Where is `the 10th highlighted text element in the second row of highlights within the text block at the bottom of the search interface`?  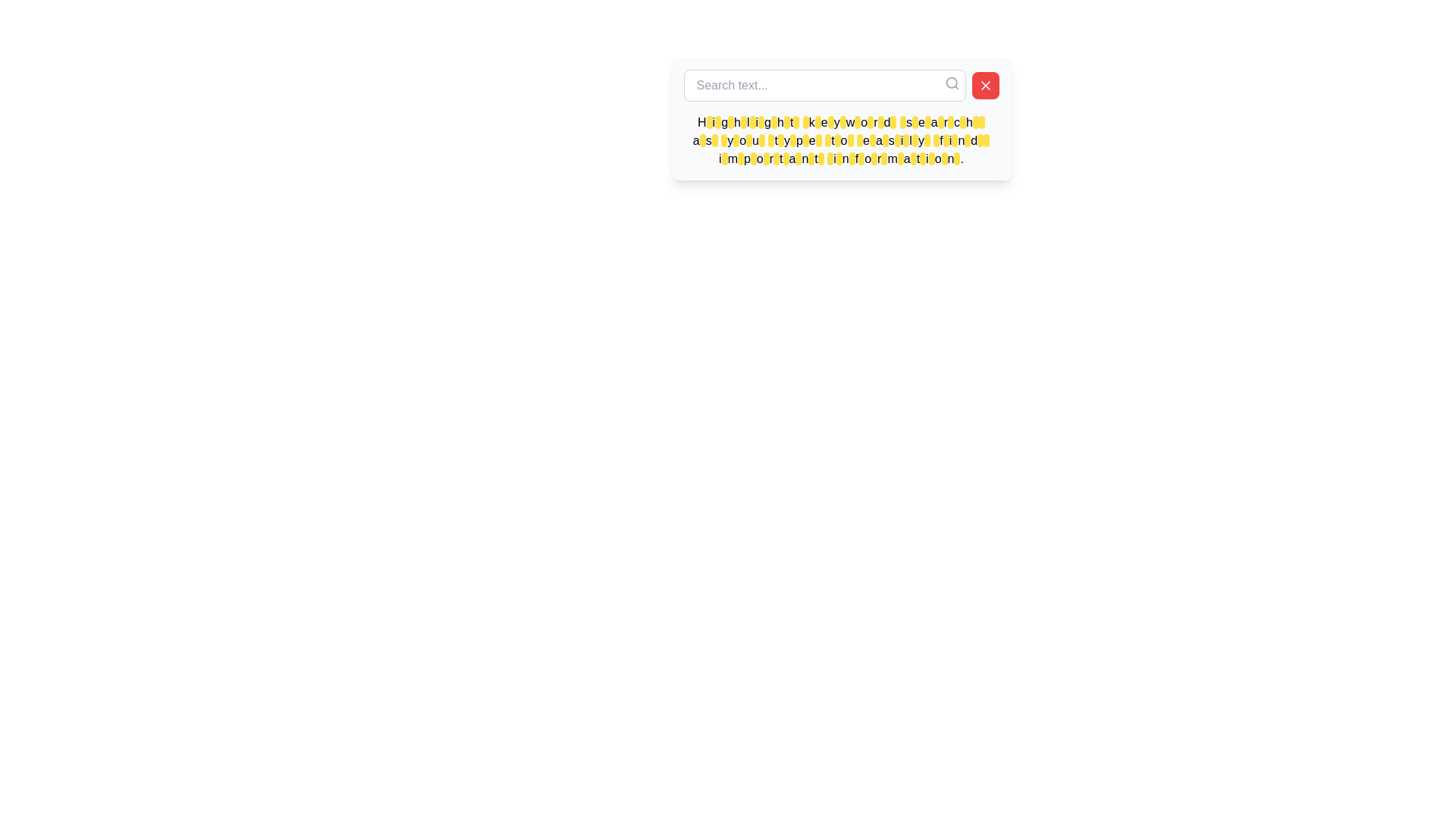
the 10th highlighted text element in the second row of highlights within the text block at the bottom of the search interface is located at coordinates (805, 140).